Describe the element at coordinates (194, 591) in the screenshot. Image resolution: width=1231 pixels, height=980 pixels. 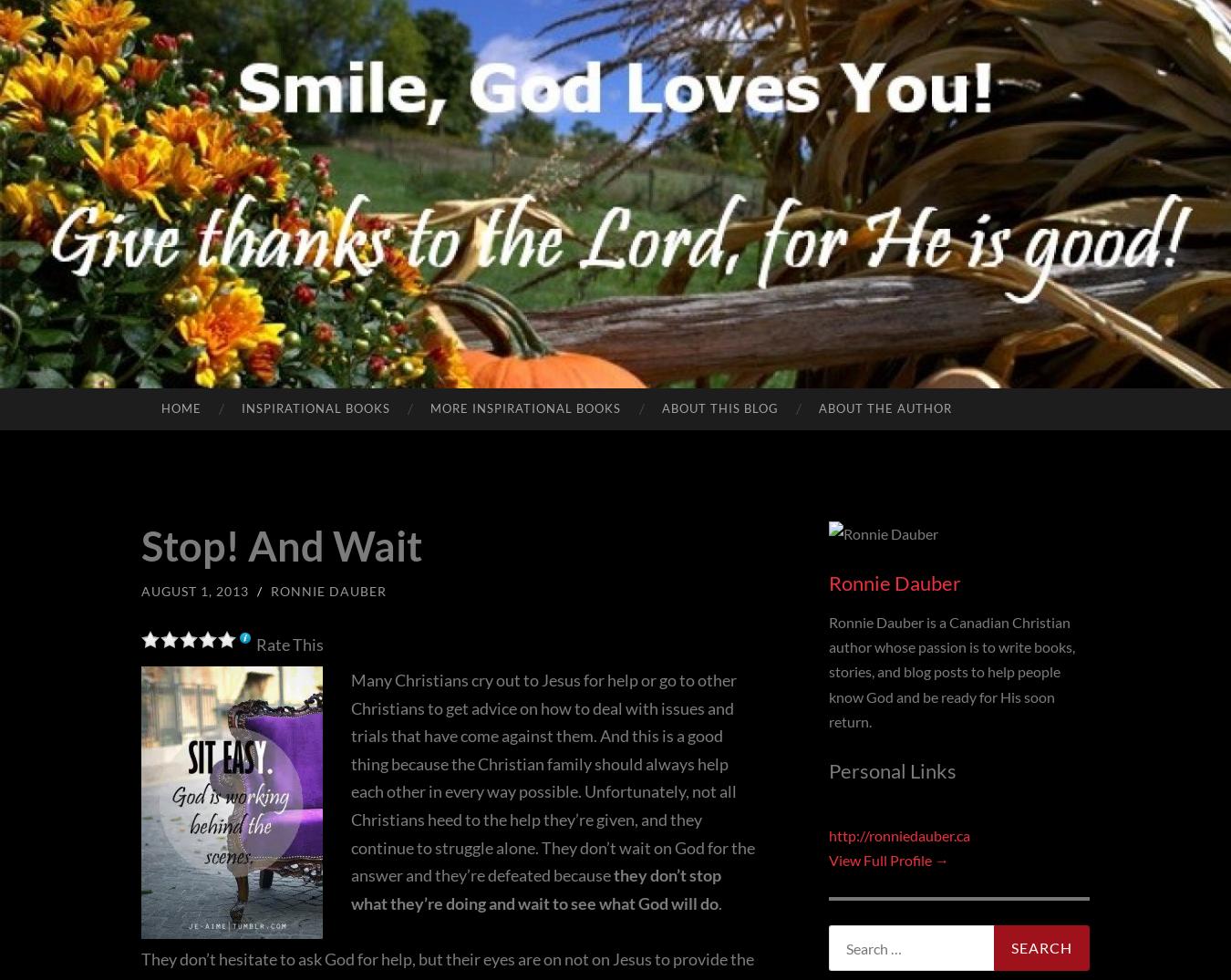
I see `'August 1, 2013'` at that location.